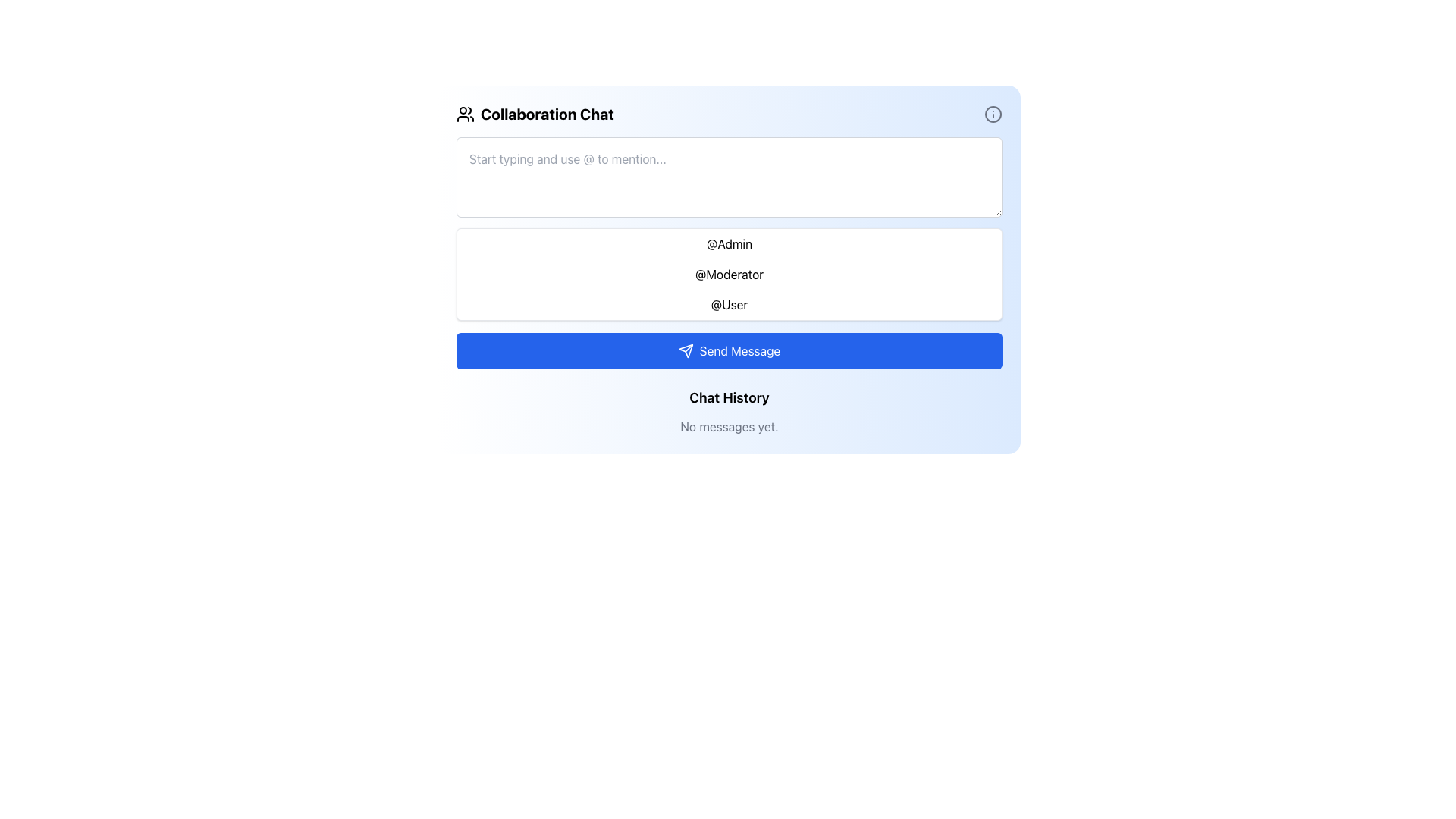 This screenshot has width=1456, height=819. What do you see at coordinates (729, 243) in the screenshot?
I see `the first static text item '@Admin' in the vertical list` at bounding box center [729, 243].